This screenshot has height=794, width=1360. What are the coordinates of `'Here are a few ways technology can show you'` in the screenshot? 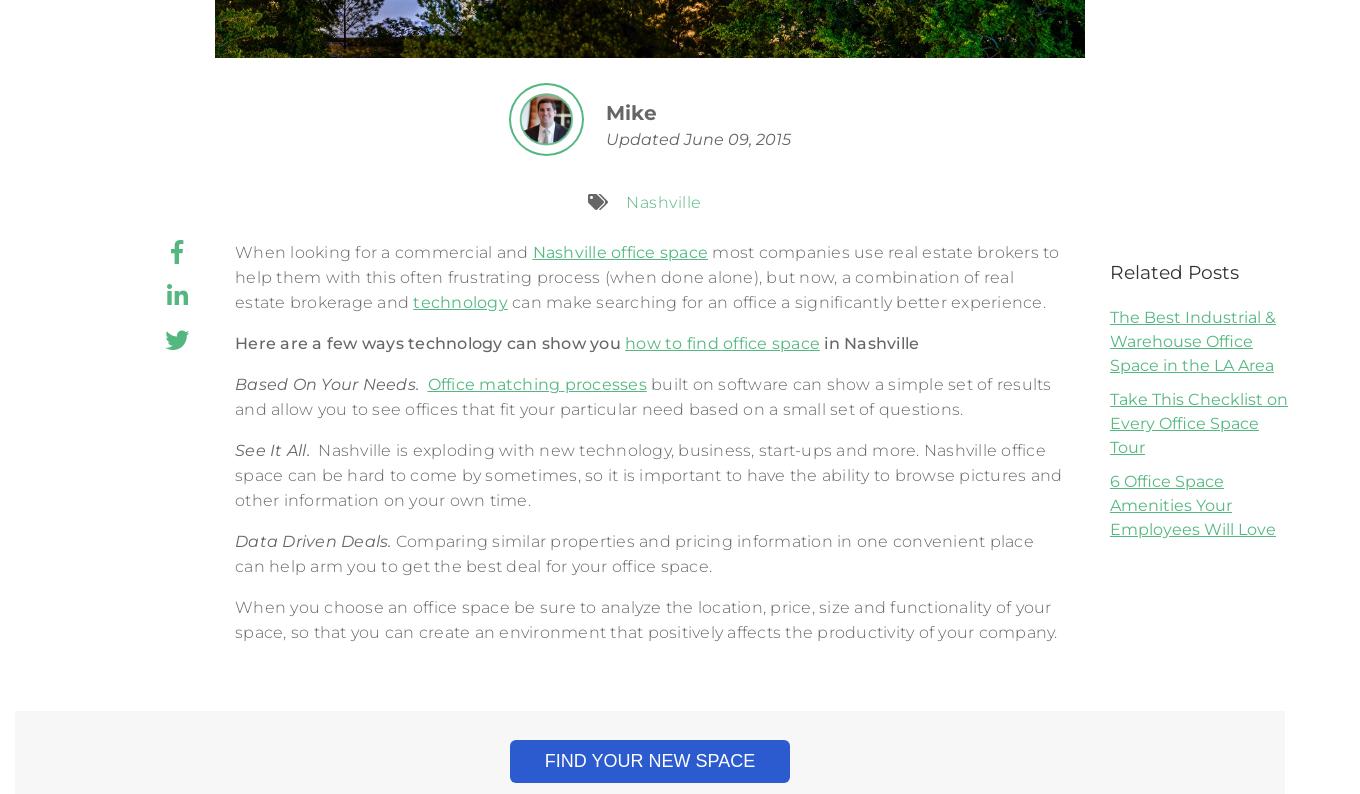 It's located at (429, 342).